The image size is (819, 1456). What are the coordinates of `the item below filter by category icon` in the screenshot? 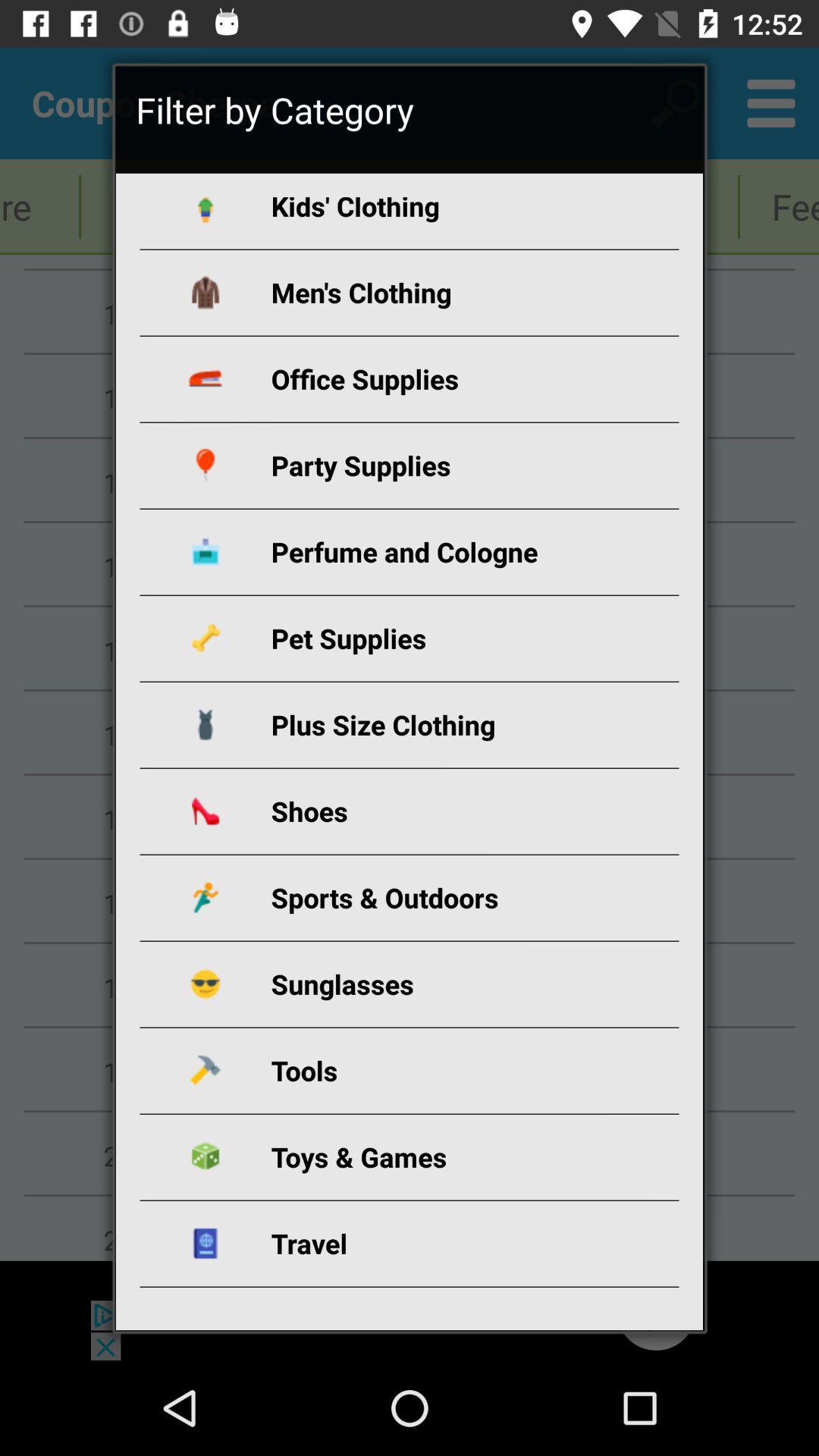 It's located at (427, 210).